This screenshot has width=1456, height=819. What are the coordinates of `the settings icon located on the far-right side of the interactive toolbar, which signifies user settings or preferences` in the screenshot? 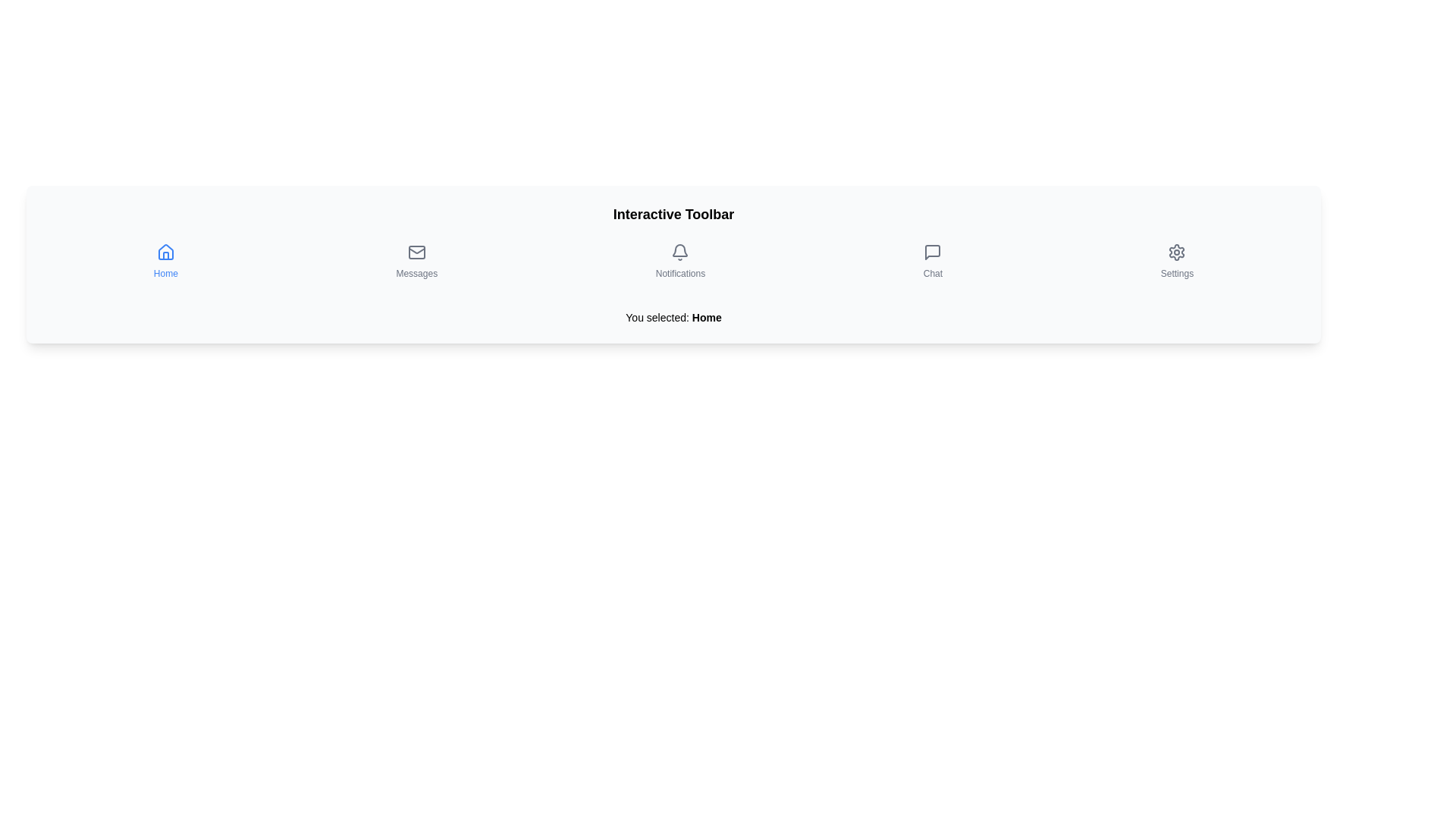 It's located at (1176, 251).